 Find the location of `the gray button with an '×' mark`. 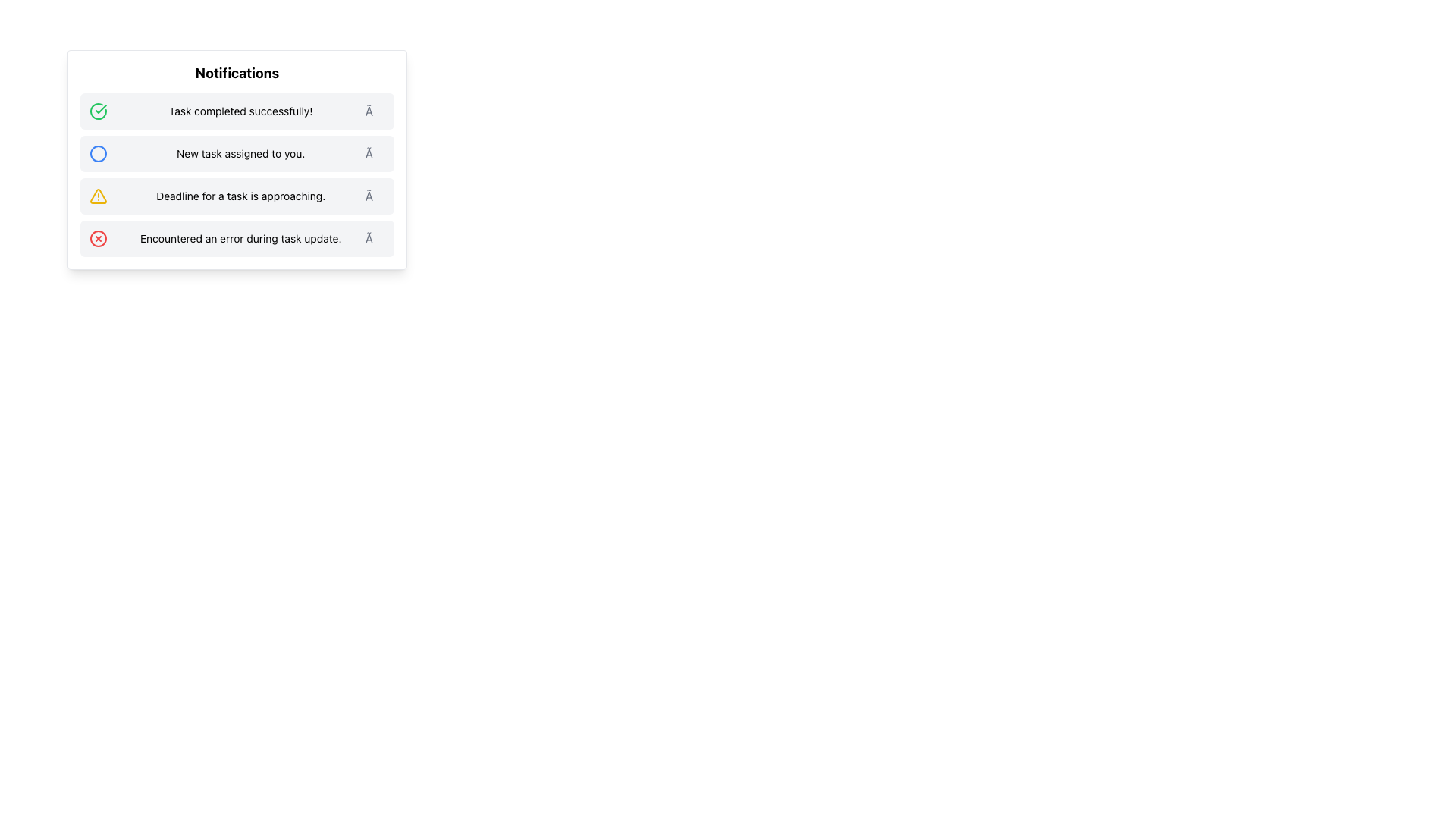

the gray button with an '×' mark is located at coordinates (375, 195).